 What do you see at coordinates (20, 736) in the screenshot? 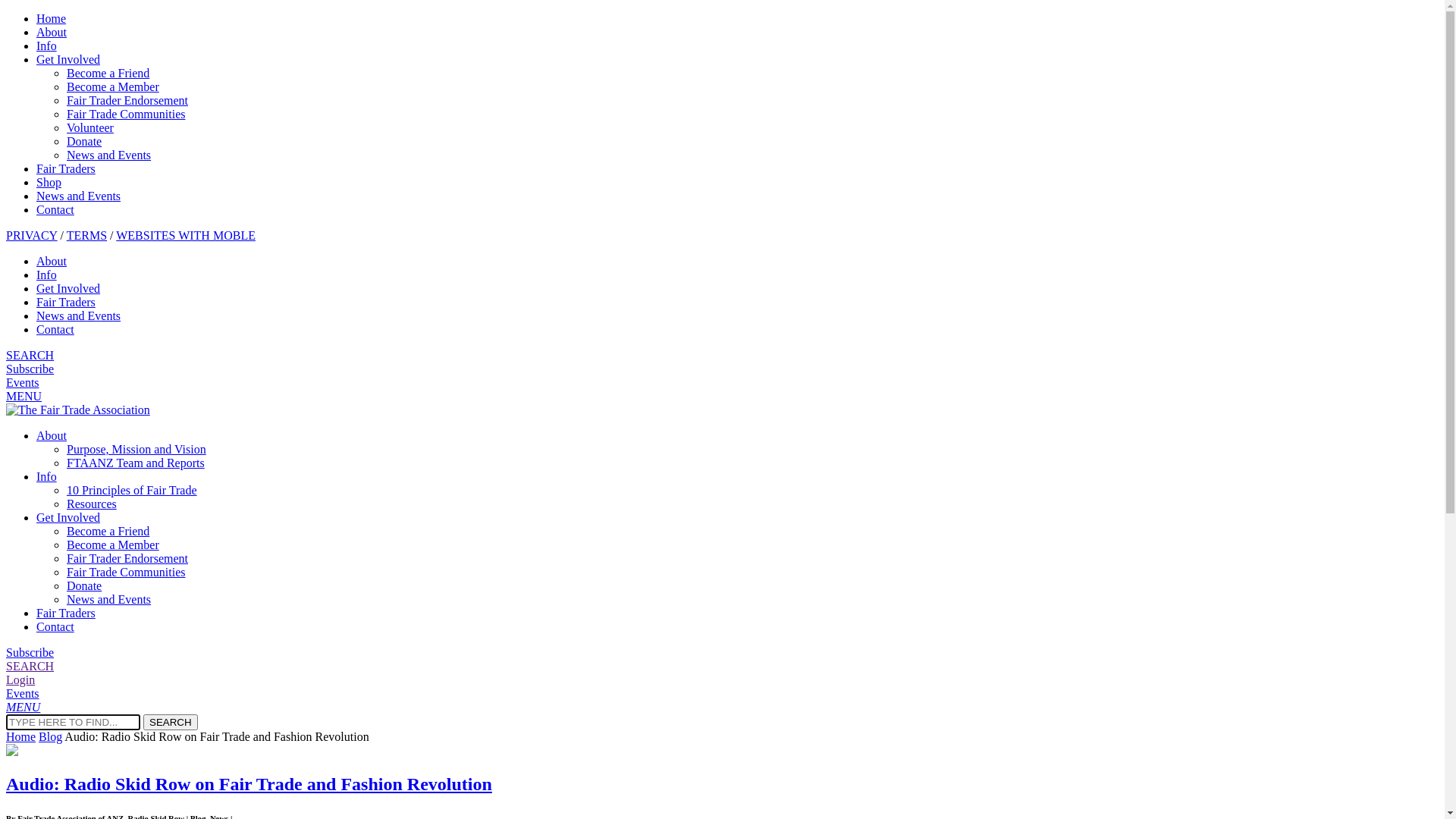
I see `'Home'` at bounding box center [20, 736].